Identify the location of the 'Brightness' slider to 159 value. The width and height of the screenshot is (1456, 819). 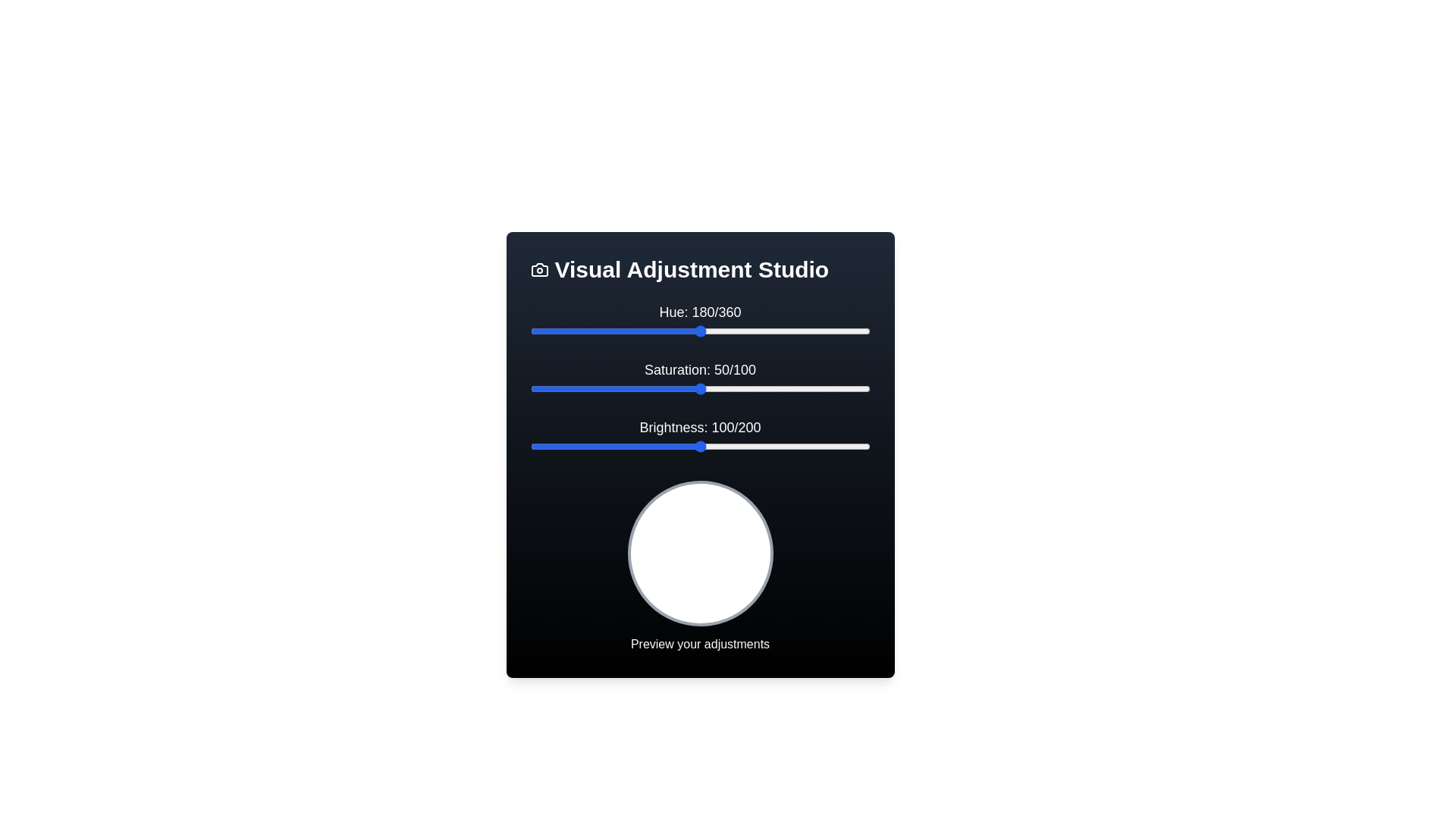
(799, 446).